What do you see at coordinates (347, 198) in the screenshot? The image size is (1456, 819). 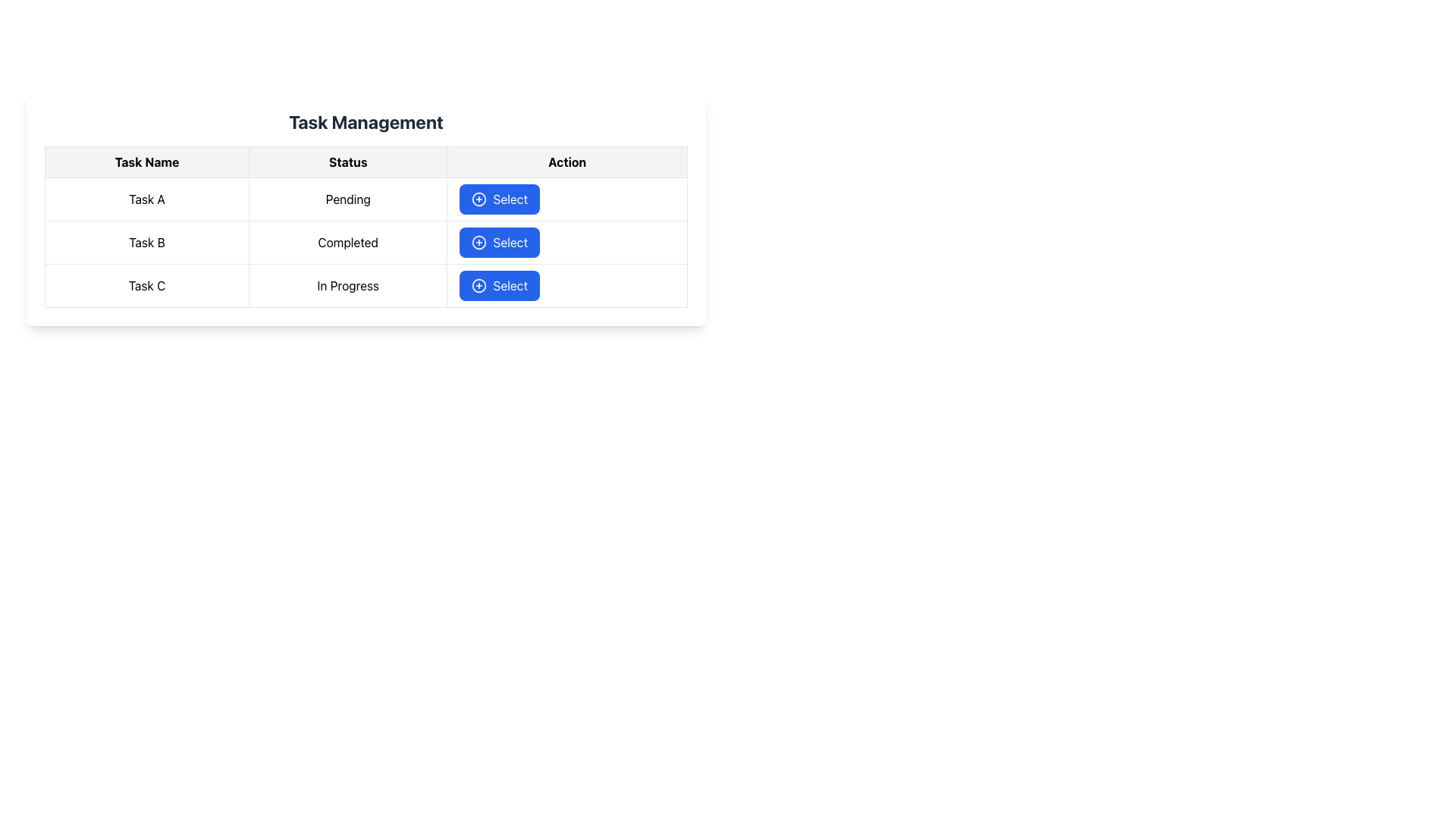 I see `the rectangular box containing the text 'Pending' in the 'Status' column of the table, aligned with 'Task A'` at bounding box center [347, 198].